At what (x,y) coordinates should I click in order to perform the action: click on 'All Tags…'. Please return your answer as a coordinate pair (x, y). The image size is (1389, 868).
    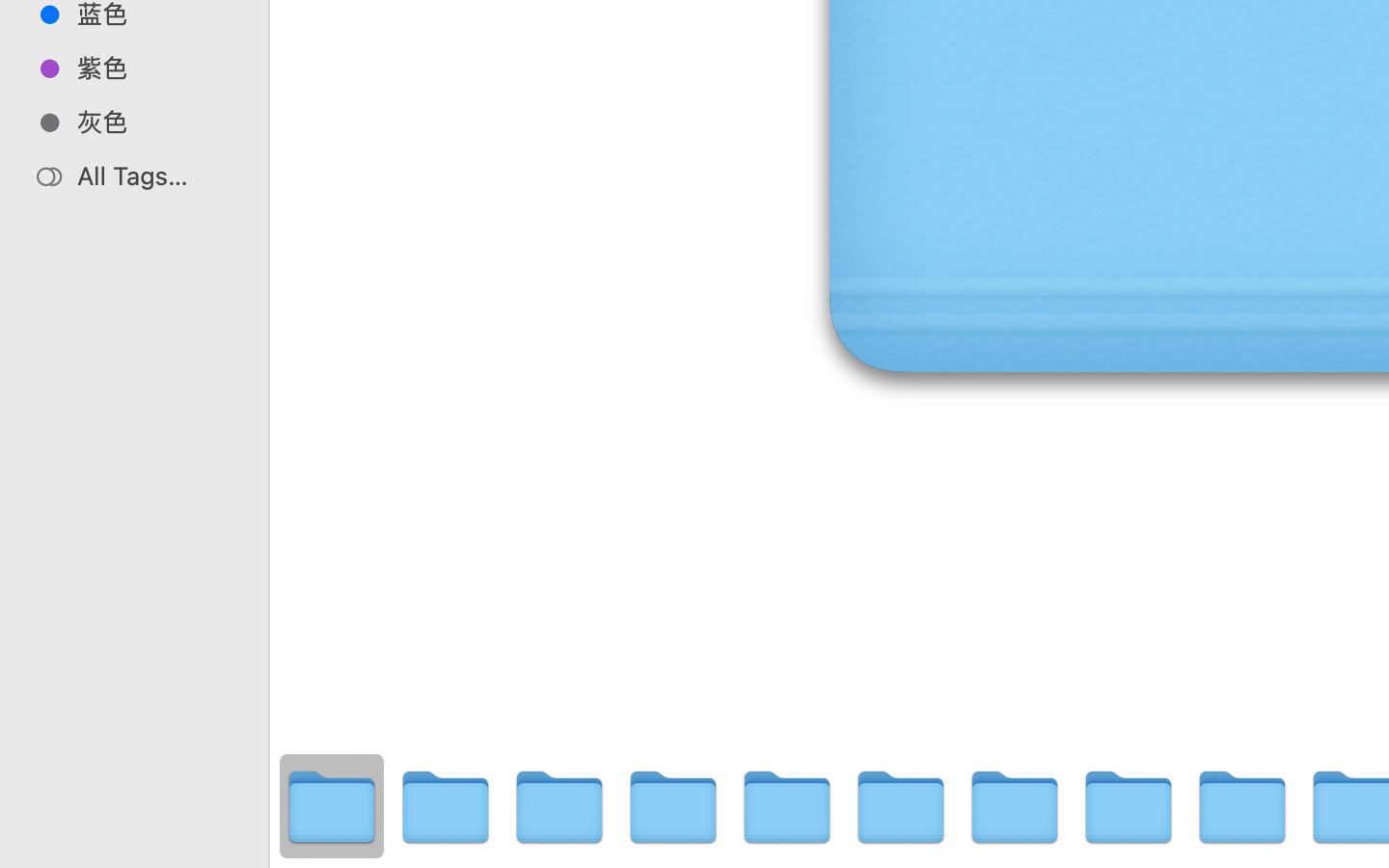
    Looking at the image, I should click on (153, 175).